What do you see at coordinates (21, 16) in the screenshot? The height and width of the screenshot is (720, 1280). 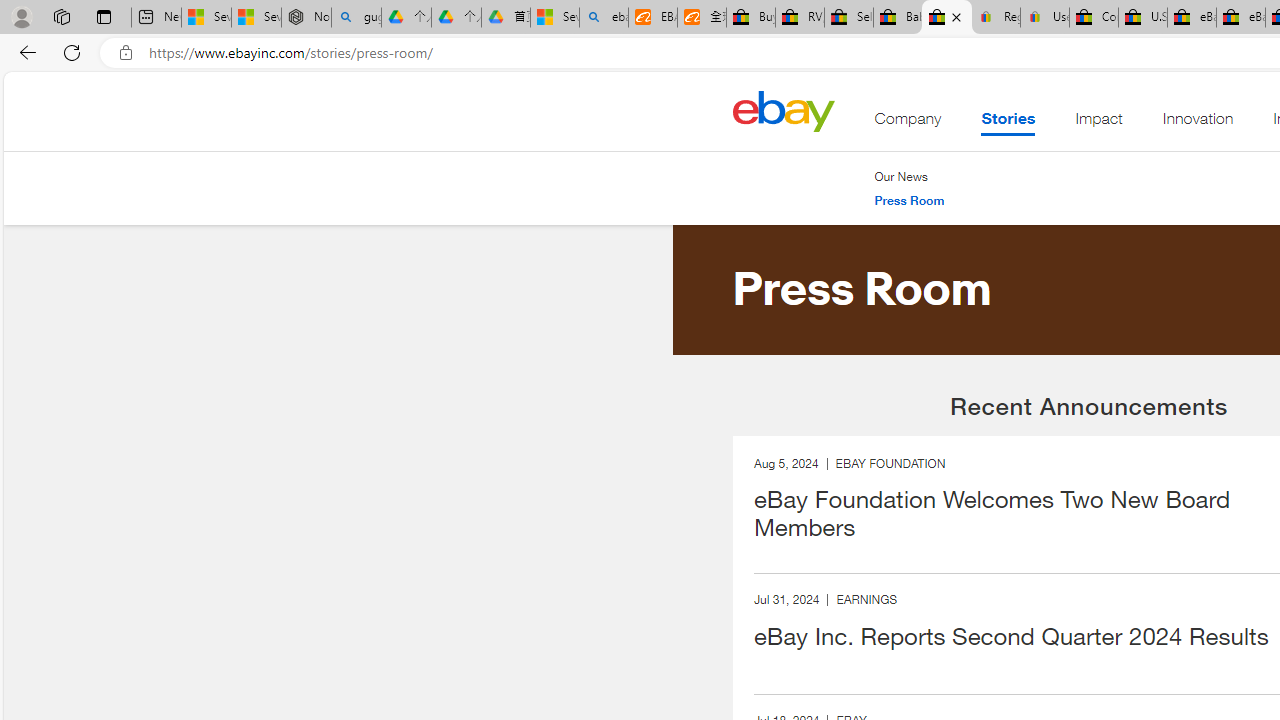 I see `'Personal Profile'` at bounding box center [21, 16].